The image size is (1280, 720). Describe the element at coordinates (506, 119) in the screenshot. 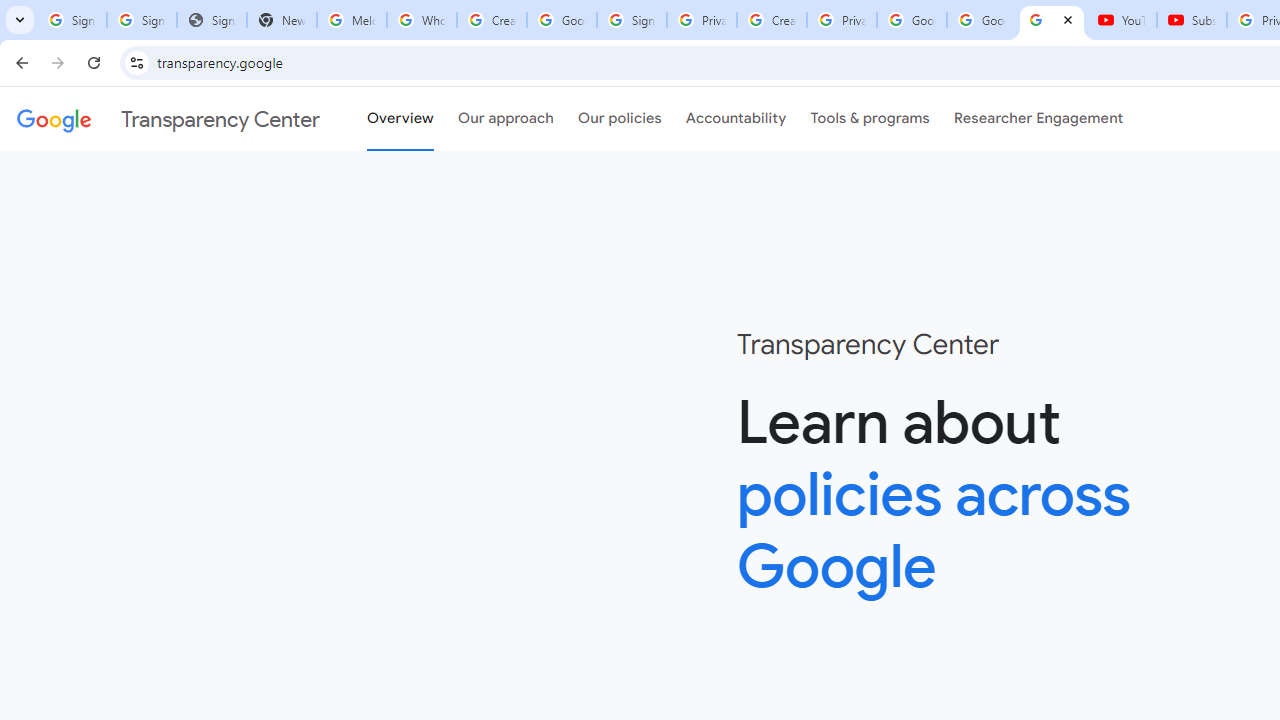

I see `'Our approach'` at that location.